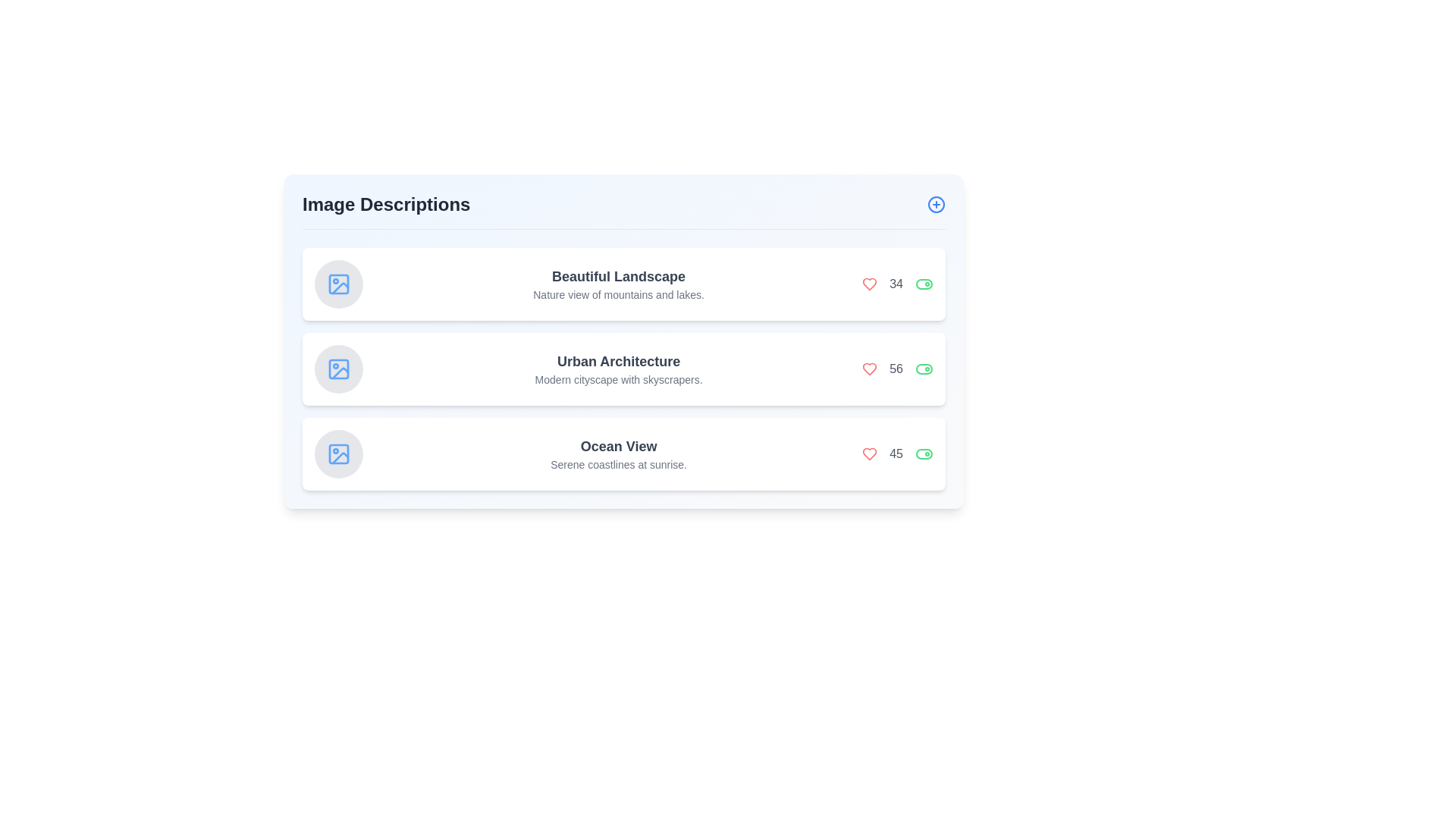 The width and height of the screenshot is (1456, 819). I want to click on the item Ocean View in the list to highlight it, so click(623, 453).